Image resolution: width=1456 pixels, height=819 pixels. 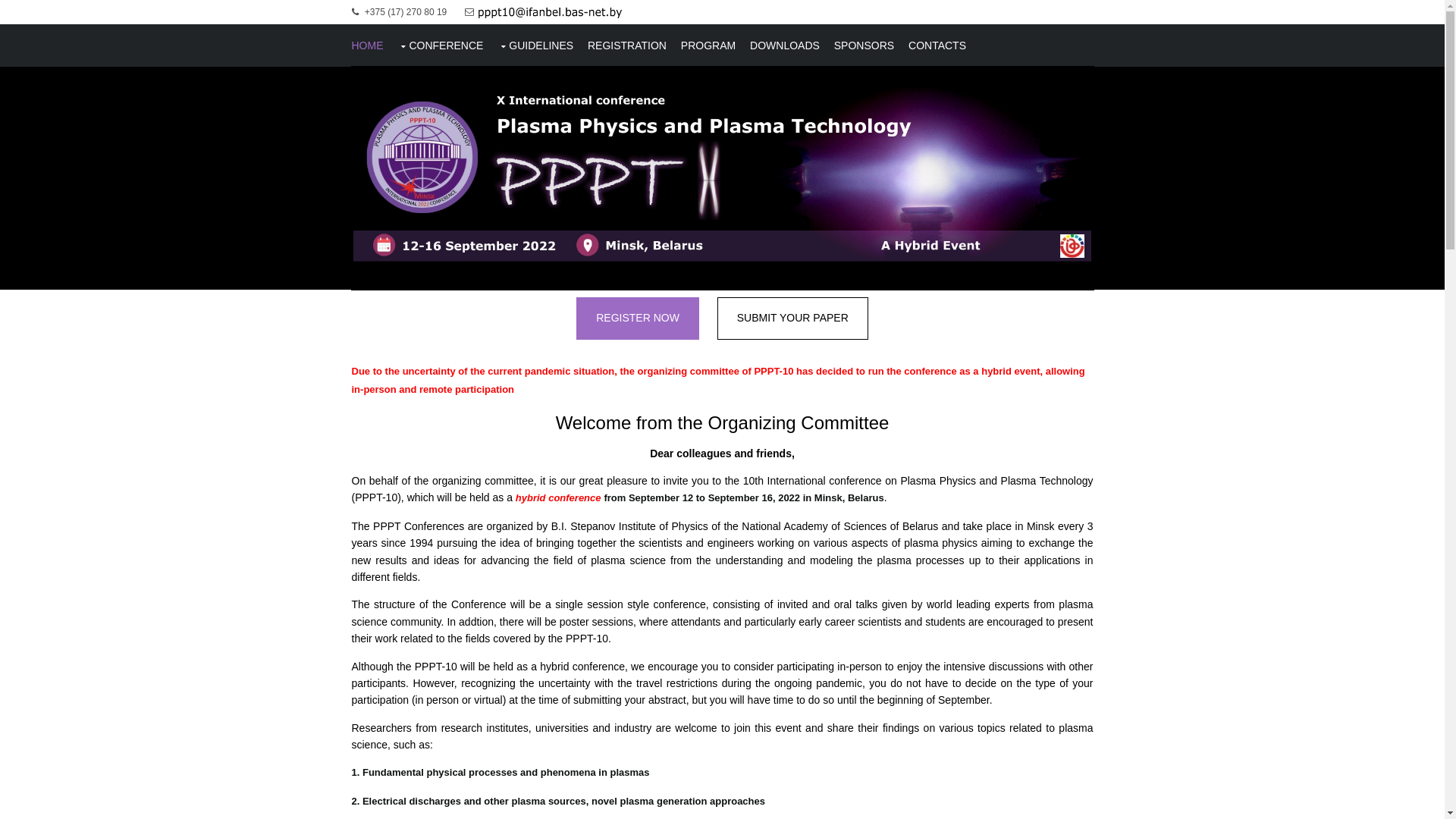 What do you see at coordinates (575, 318) in the screenshot?
I see `'REGISTER NOW'` at bounding box center [575, 318].